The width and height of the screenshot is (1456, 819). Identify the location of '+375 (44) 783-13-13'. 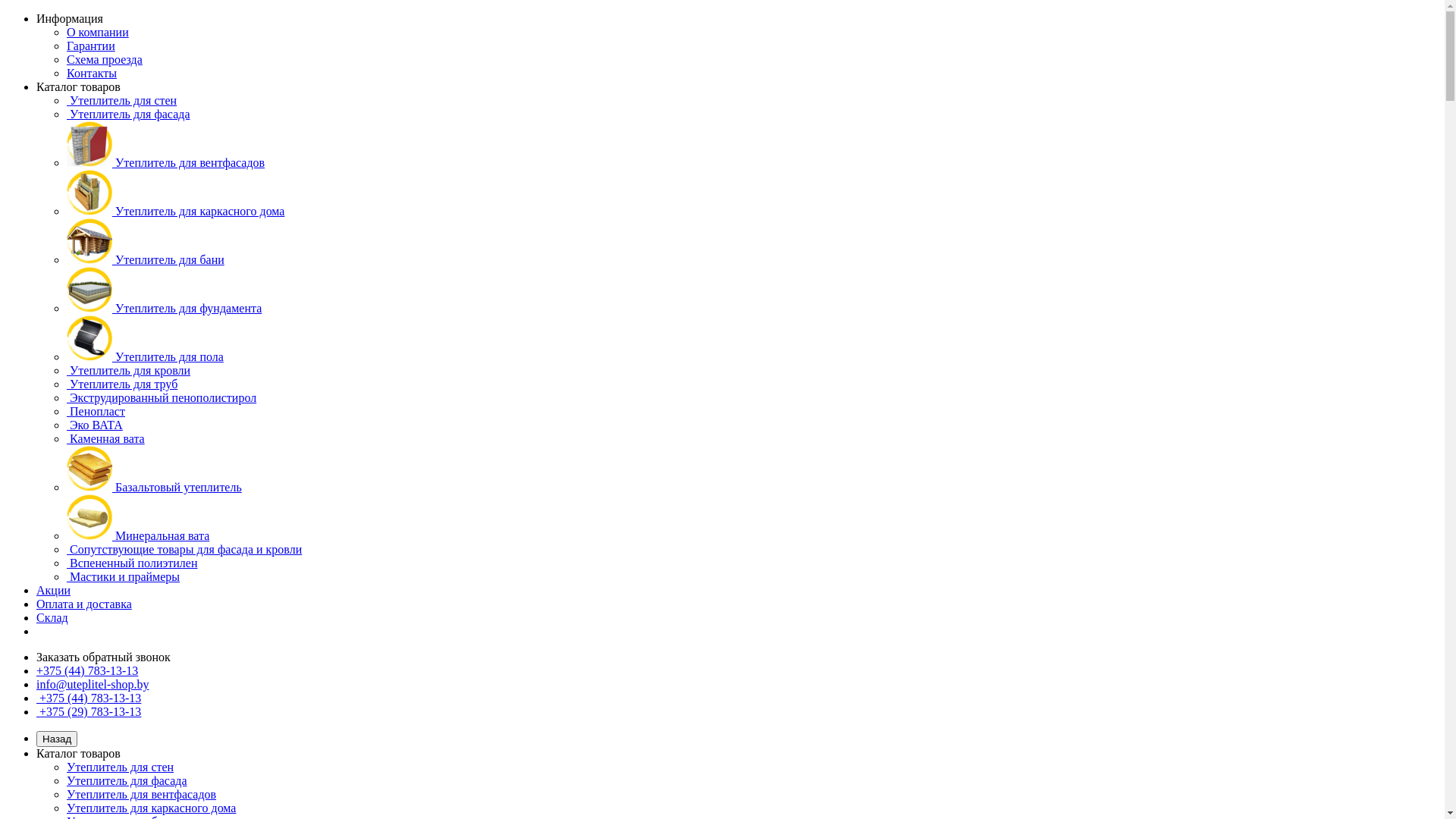
(36, 698).